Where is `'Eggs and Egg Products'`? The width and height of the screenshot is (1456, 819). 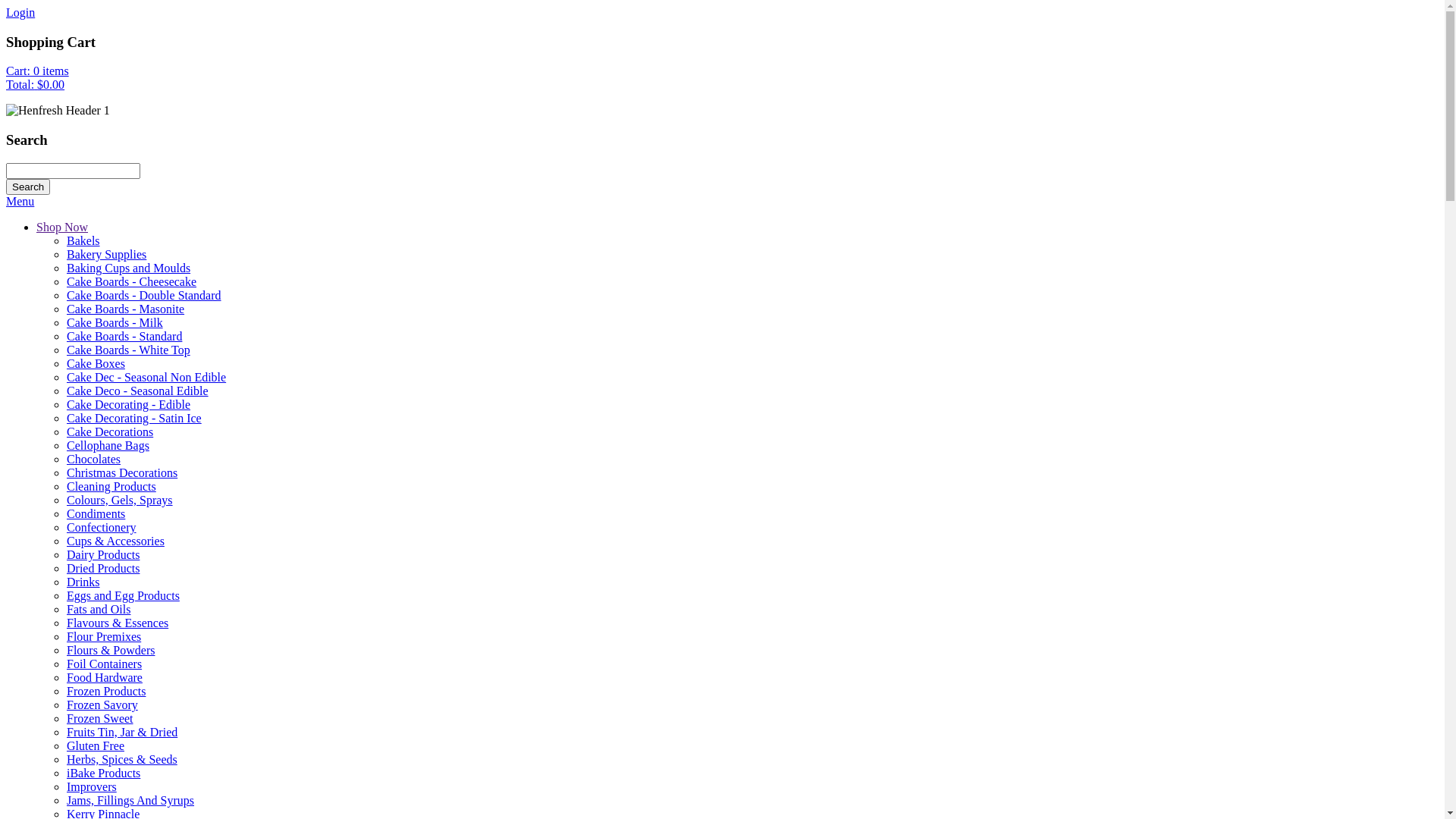 'Eggs and Egg Products' is located at coordinates (123, 595).